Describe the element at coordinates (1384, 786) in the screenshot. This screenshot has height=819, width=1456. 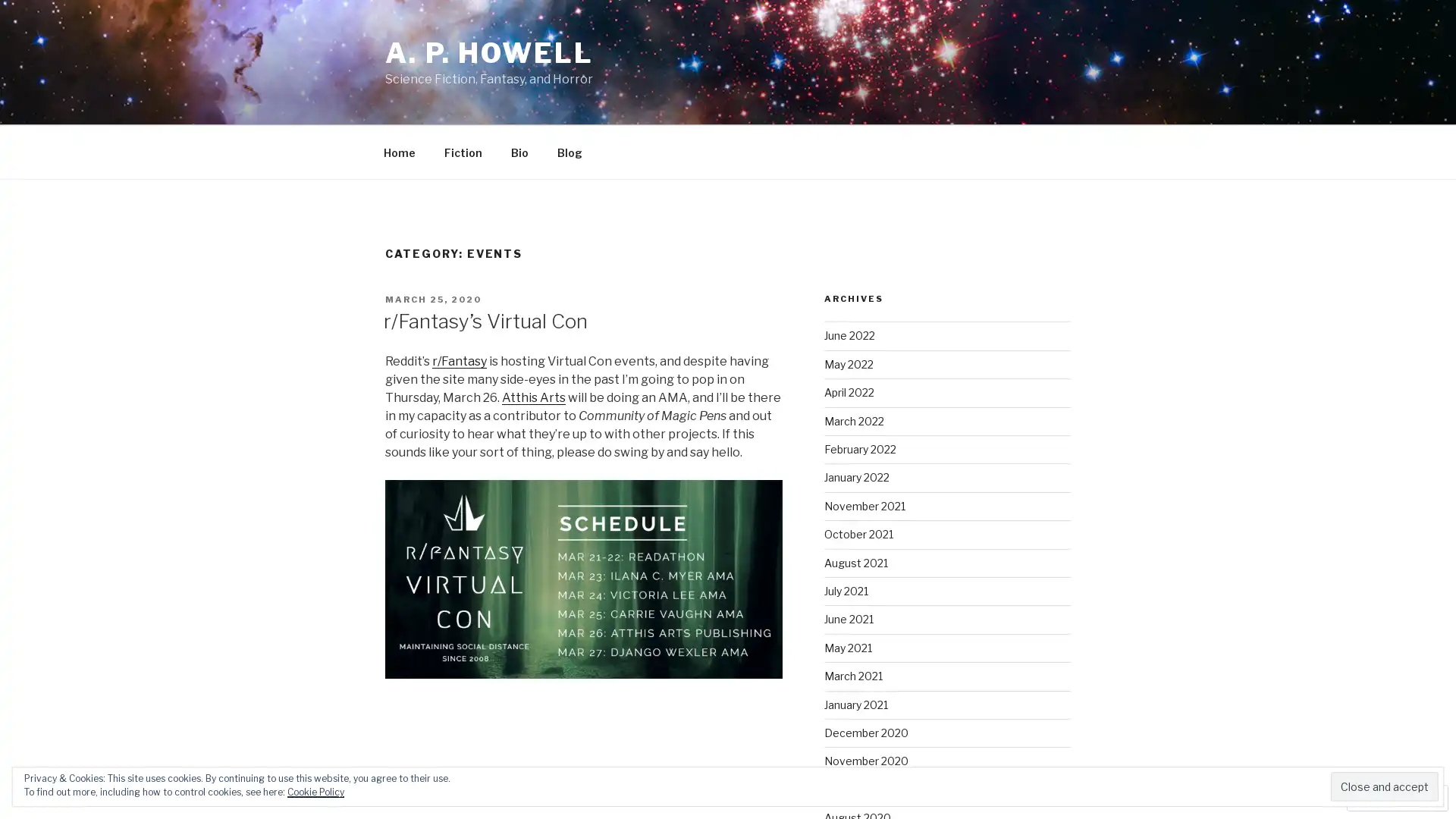
I see `Close and accept` at that location.